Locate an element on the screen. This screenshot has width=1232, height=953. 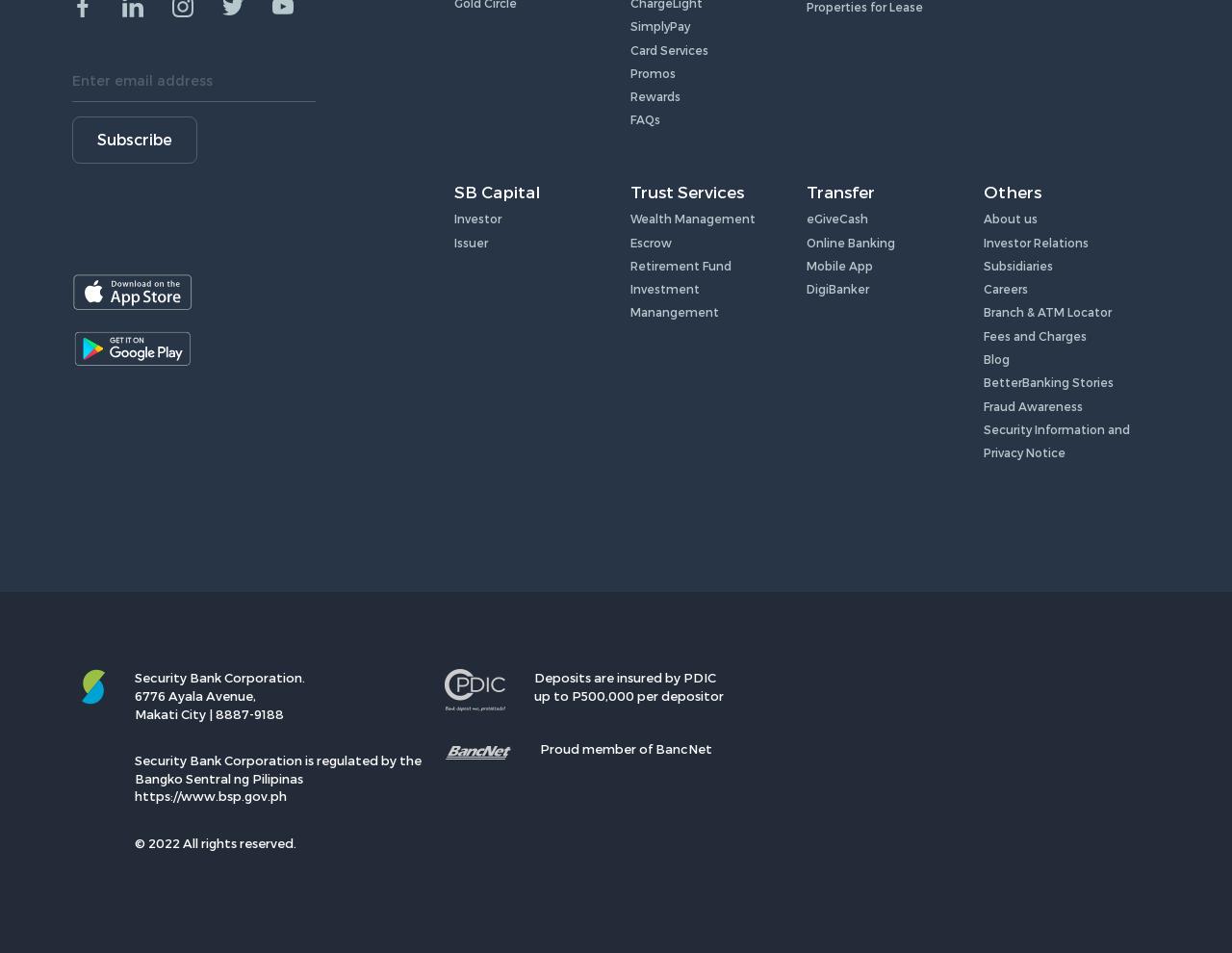
'Transfer' is located at coordinates (840, 191).